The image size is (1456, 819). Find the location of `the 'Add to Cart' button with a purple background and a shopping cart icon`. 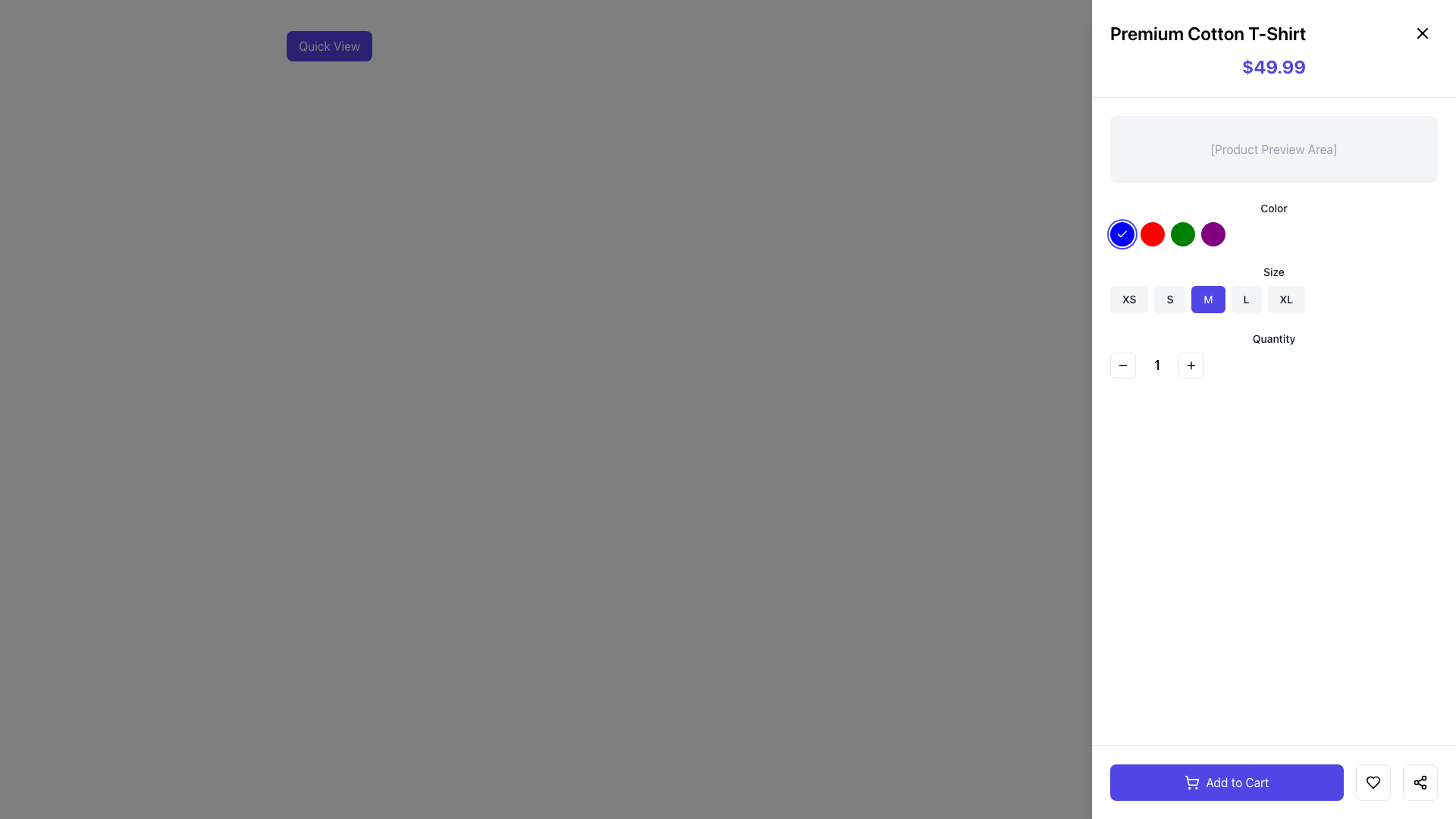

the 'Add to Cart' button with a purple background and a shopping cart icon is located at coordinates (1226, 783).